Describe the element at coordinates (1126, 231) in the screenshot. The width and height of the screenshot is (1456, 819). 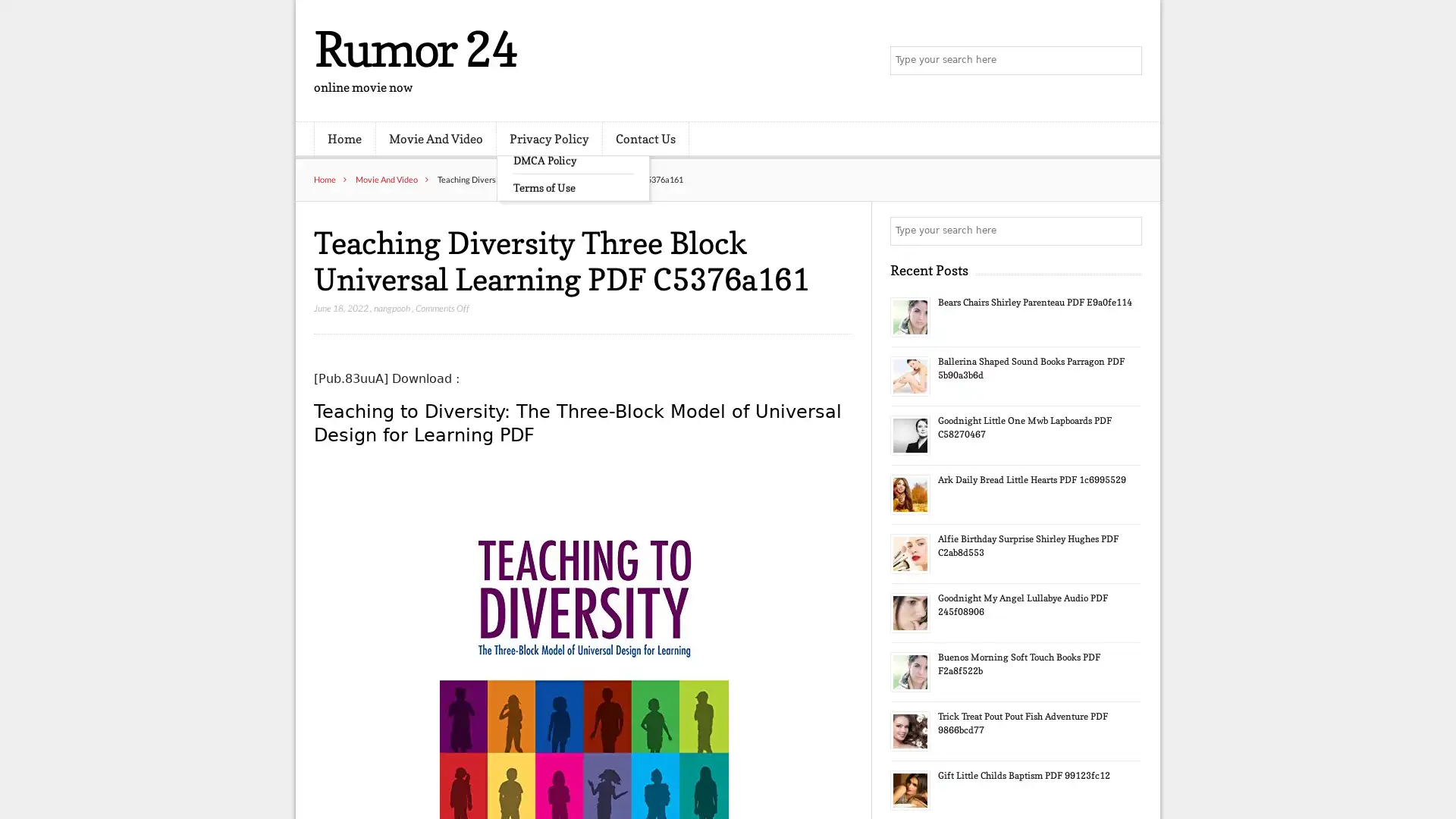
I see `Search` at that location.